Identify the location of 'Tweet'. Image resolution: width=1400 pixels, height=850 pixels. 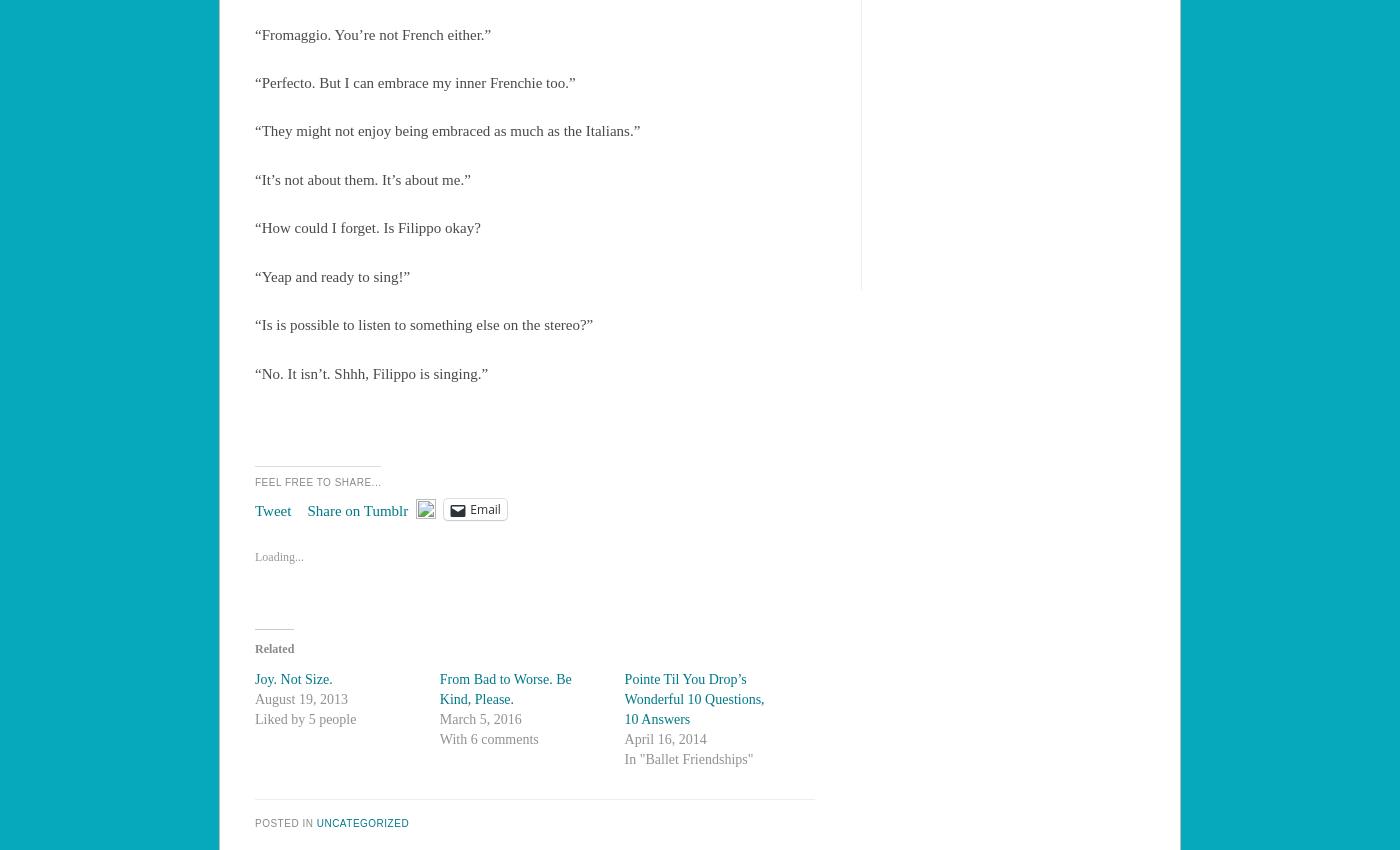
(273, 510).